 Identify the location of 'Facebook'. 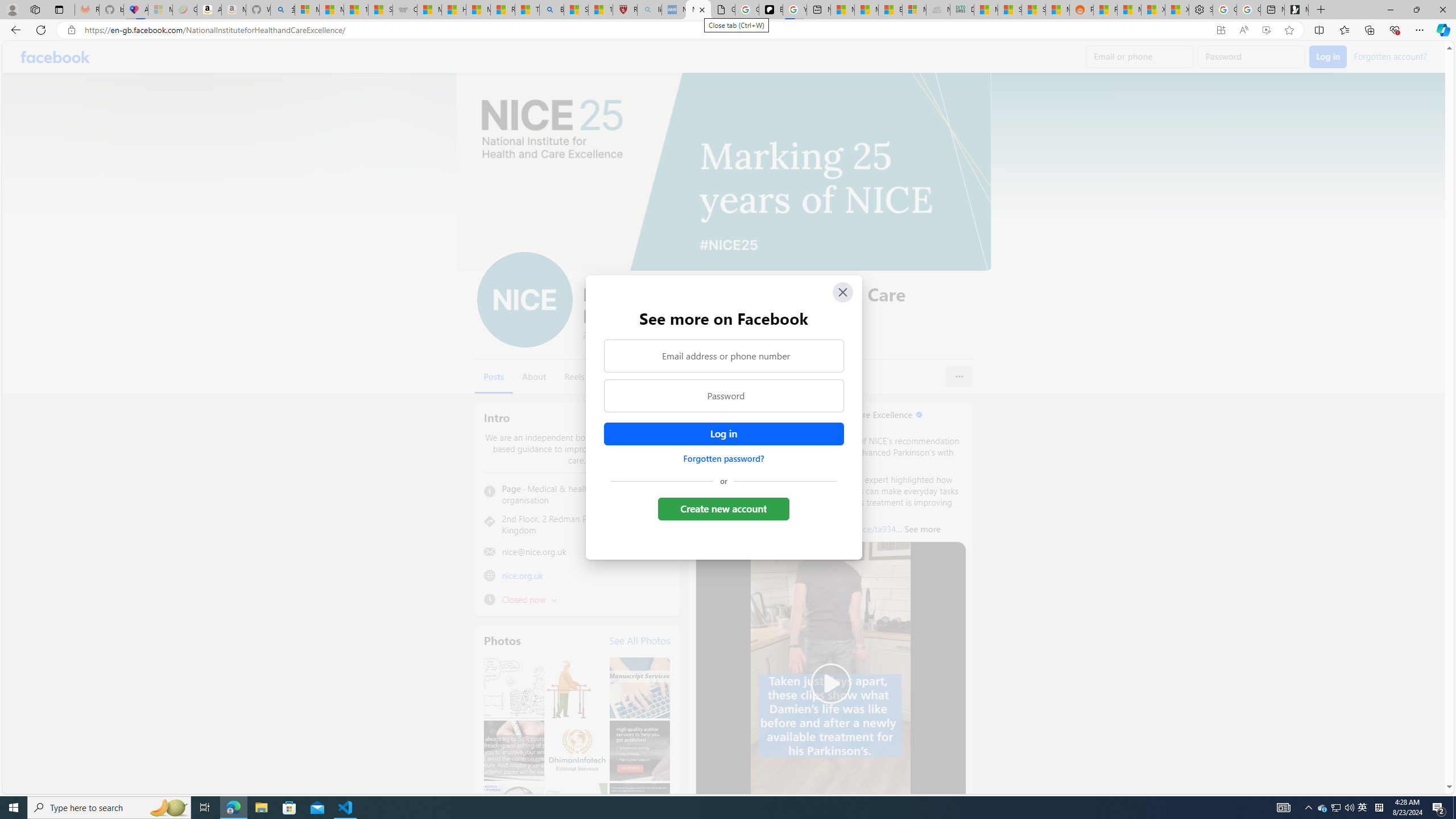
(55, 56).